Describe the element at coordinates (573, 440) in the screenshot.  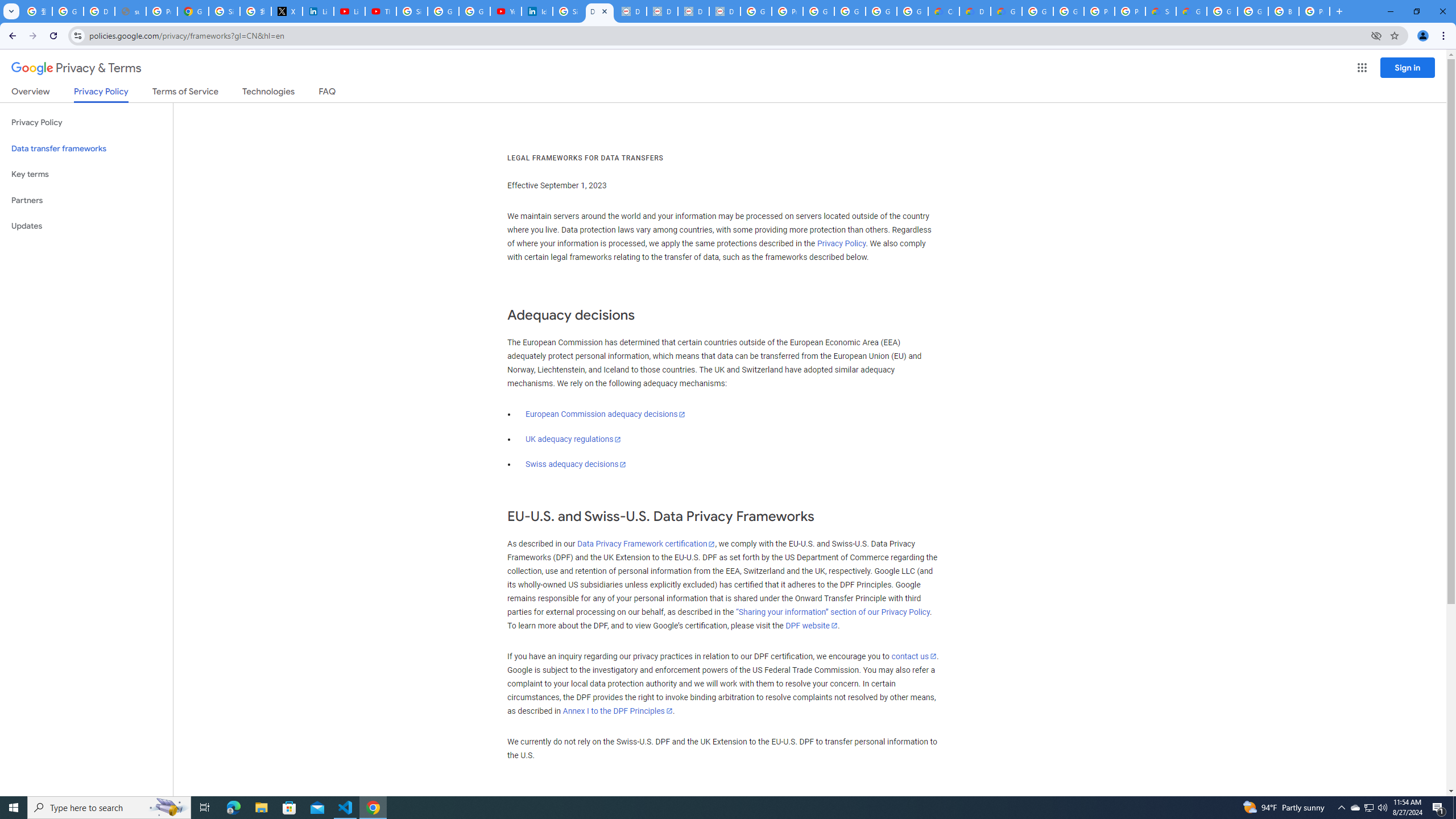
I see `'UK adequacy regulations'` at that location.